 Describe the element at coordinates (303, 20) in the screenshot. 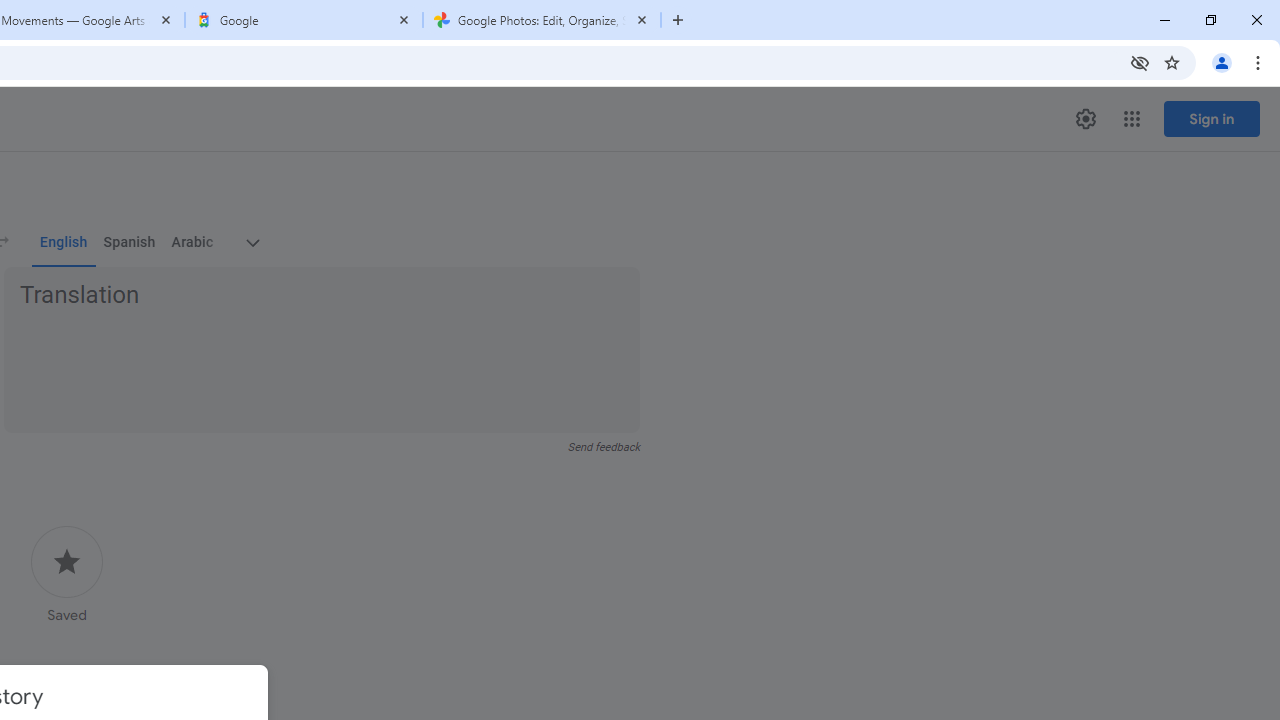

I see `'Google'` at that location.